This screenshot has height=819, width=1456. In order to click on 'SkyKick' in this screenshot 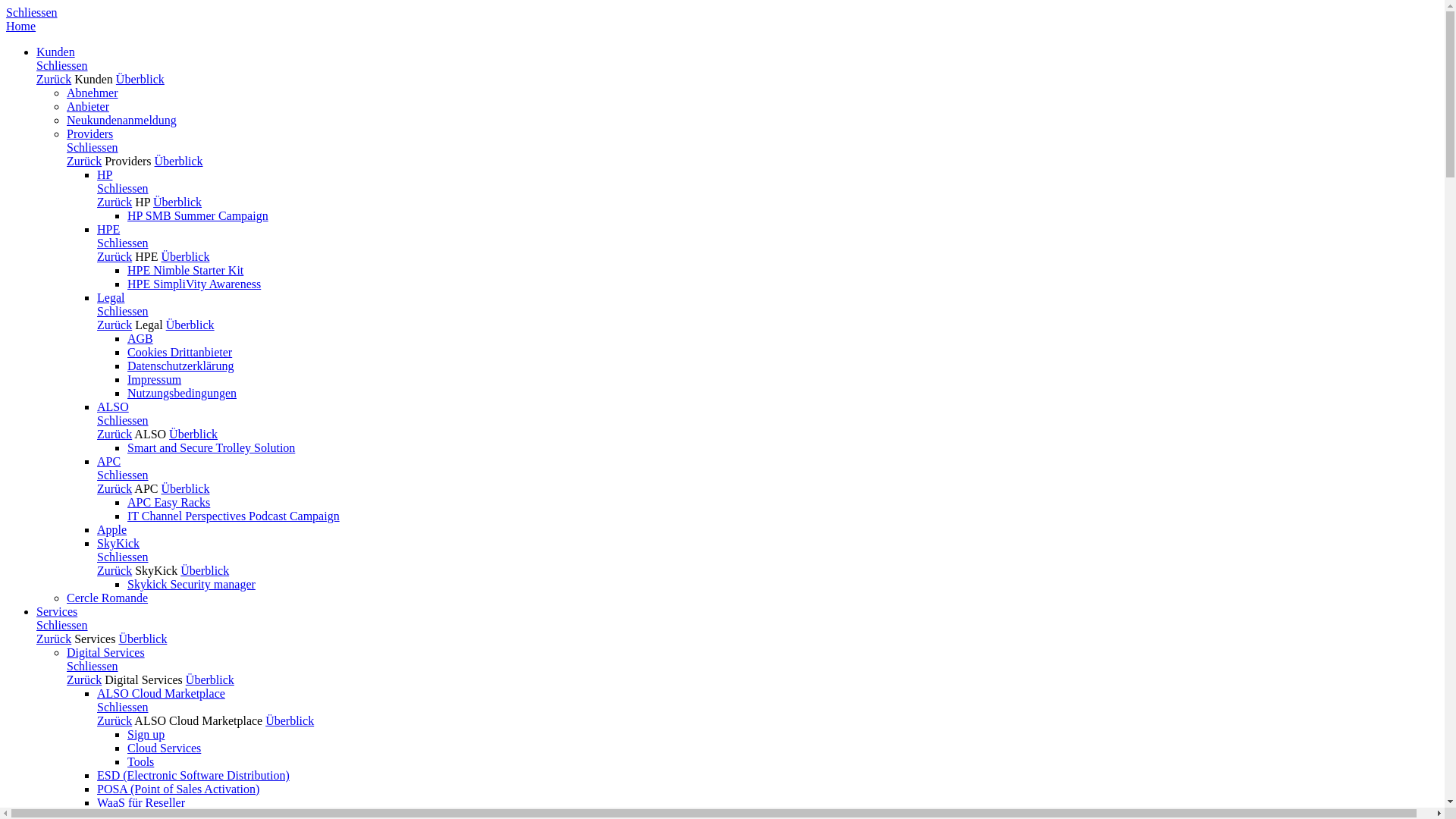, I will do `click(156, 570)`.